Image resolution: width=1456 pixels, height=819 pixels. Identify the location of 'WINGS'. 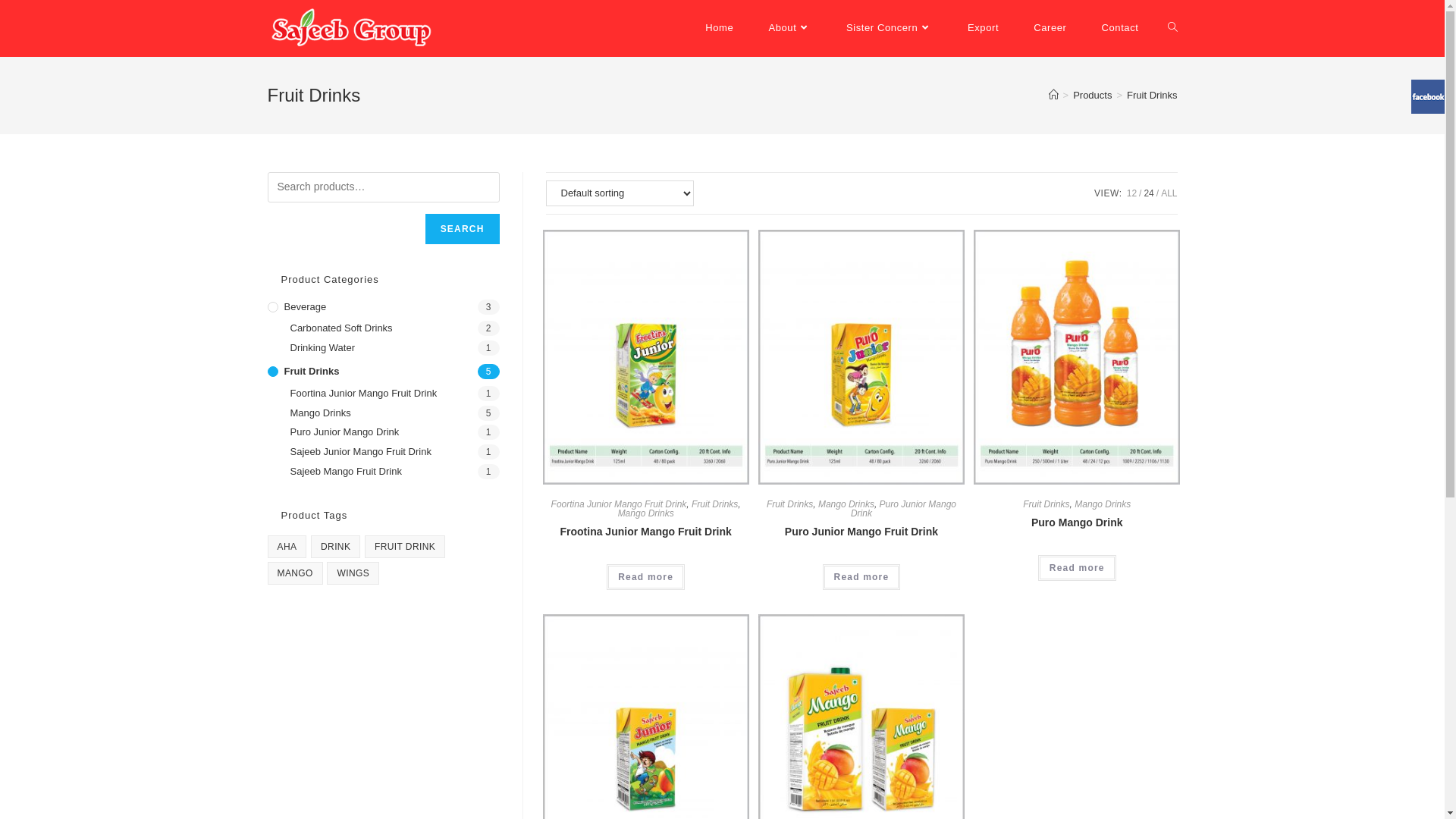
(352, 573).